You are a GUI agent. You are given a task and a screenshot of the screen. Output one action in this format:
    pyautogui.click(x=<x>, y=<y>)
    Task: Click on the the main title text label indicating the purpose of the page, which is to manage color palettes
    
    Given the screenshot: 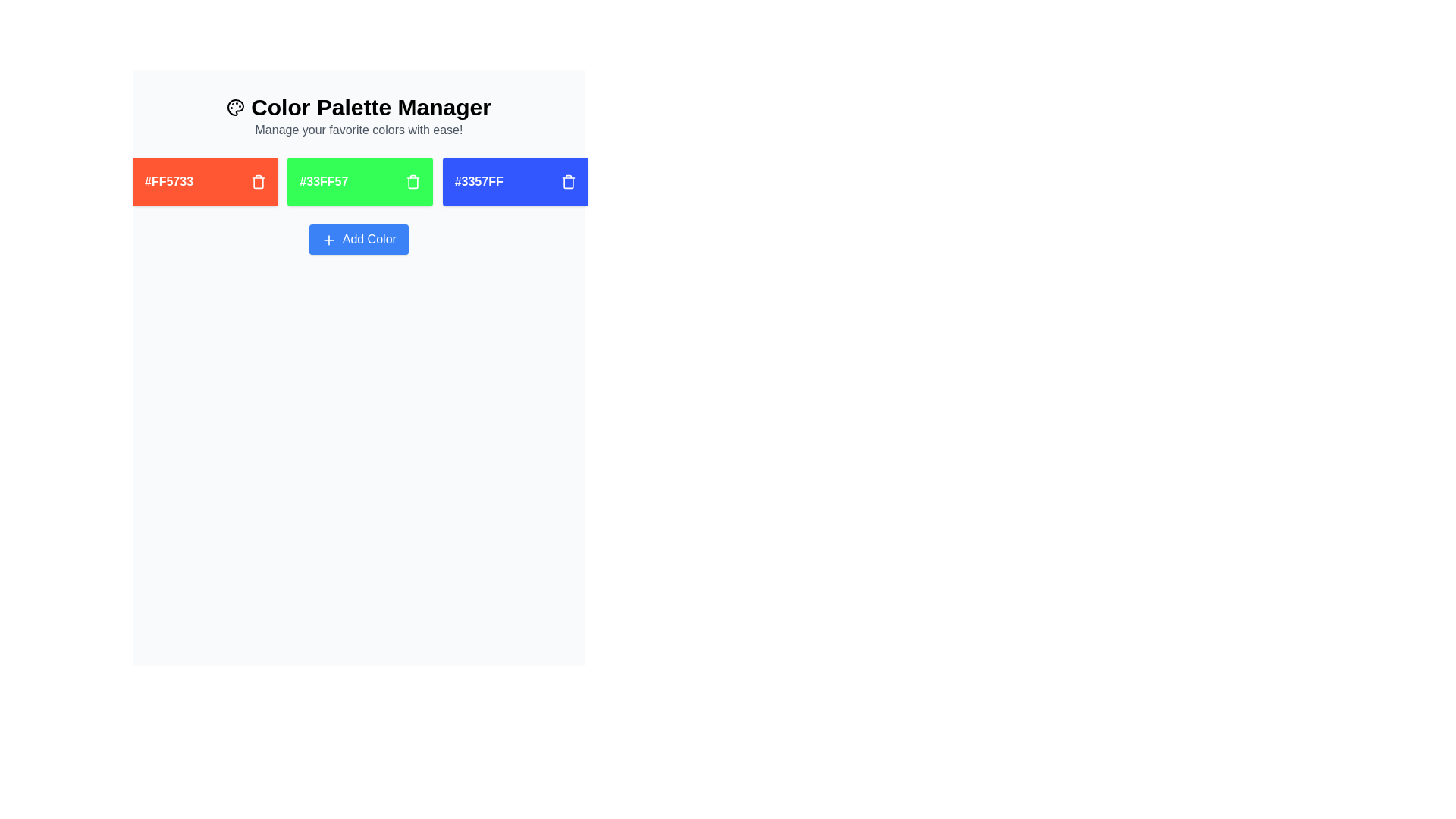 What is the action you would take?
    pyautogui.click(x=358, y=107)
    